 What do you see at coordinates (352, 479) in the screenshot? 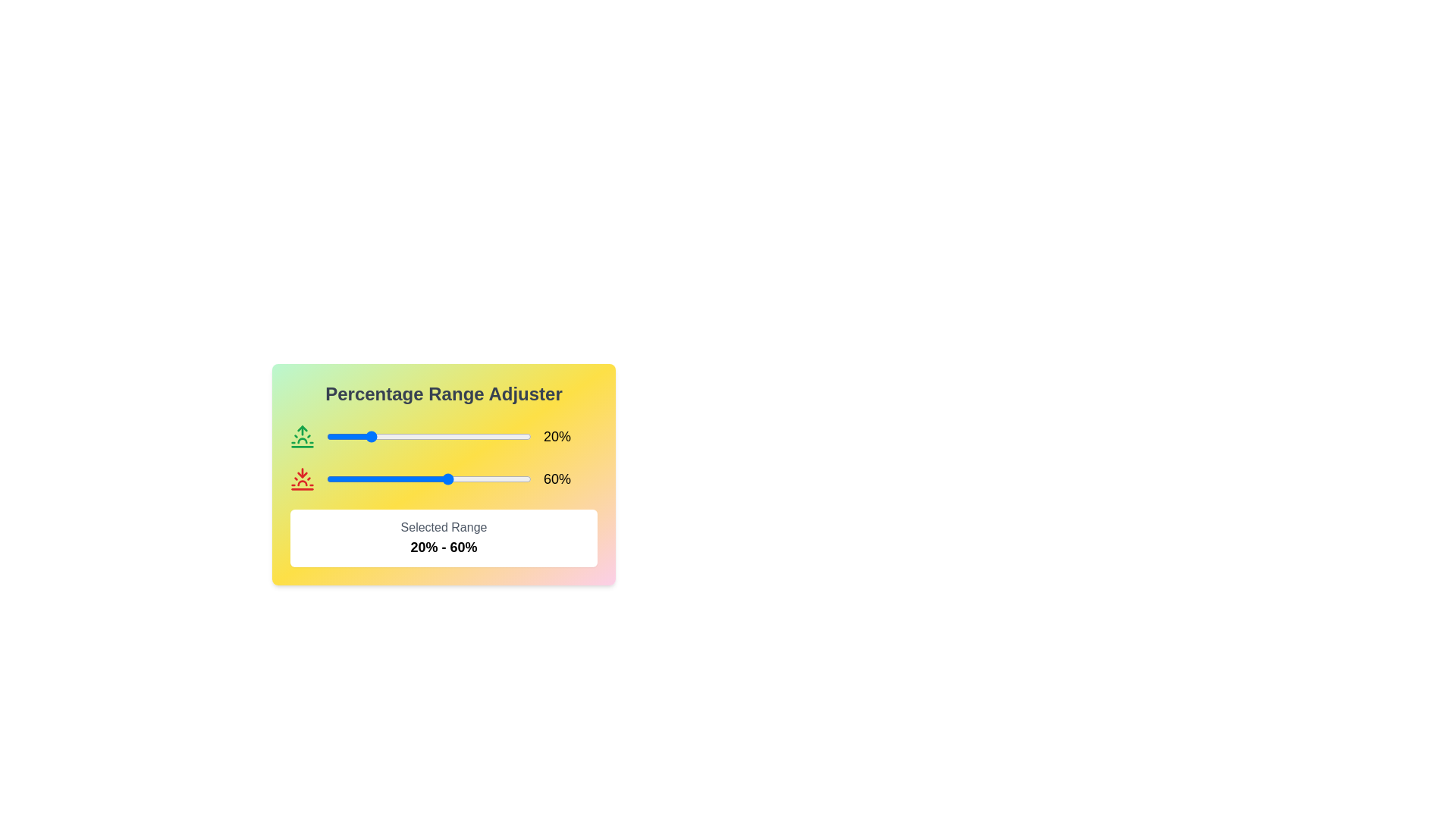
I see `the slider` at bounding box center [352, 479].